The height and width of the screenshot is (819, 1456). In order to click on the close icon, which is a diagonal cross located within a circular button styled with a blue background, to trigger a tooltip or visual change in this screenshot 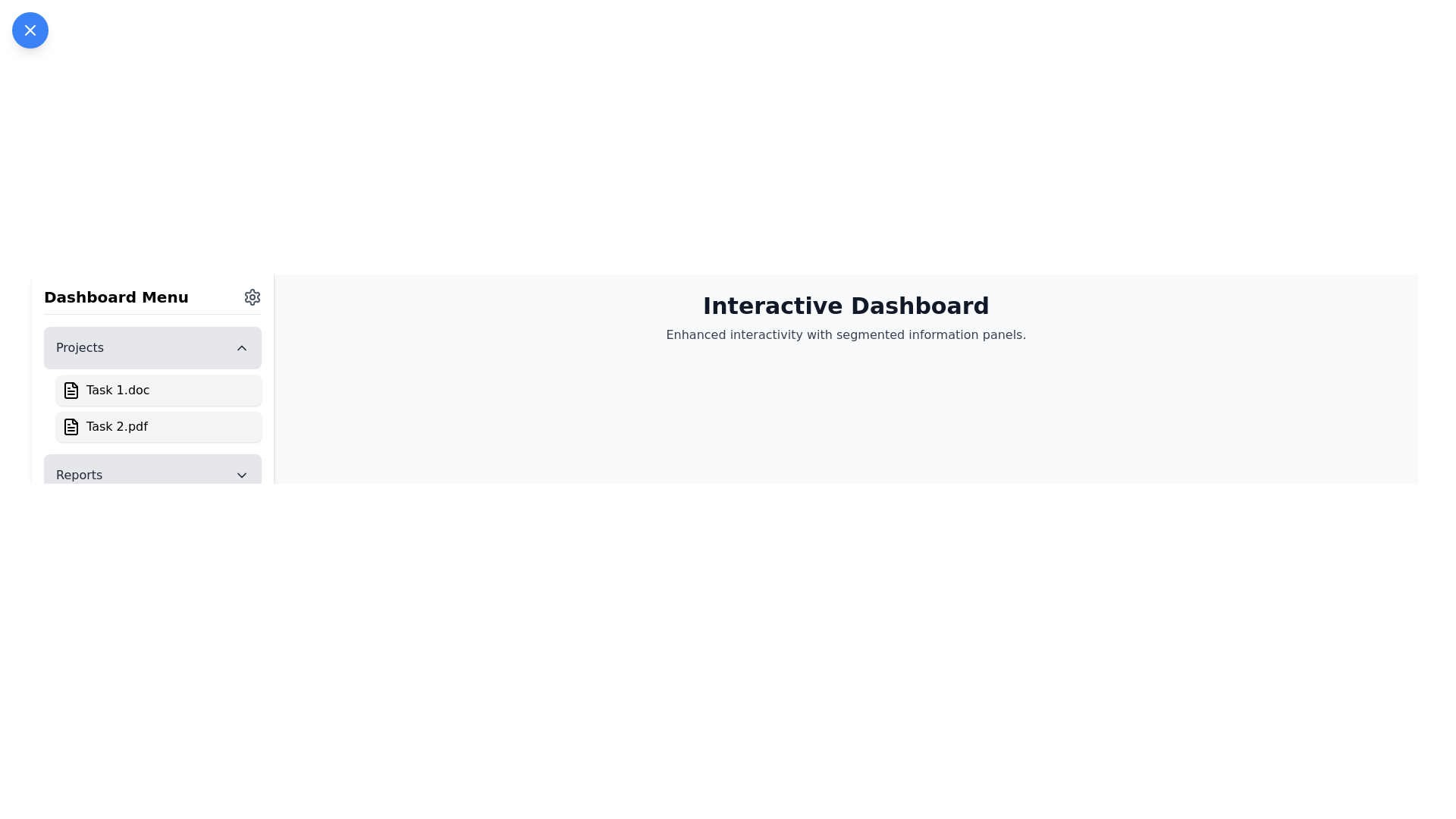, I will do `click(30, 30)`.